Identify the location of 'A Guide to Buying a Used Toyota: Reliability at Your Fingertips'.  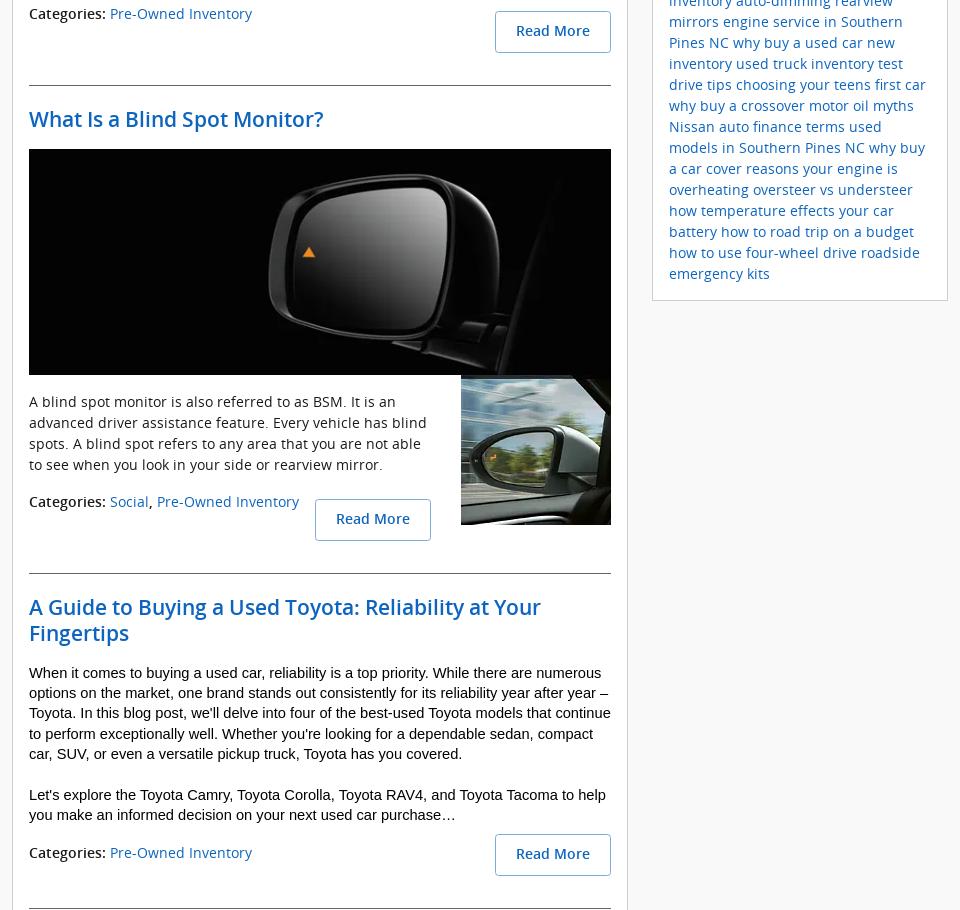
(284, 619).